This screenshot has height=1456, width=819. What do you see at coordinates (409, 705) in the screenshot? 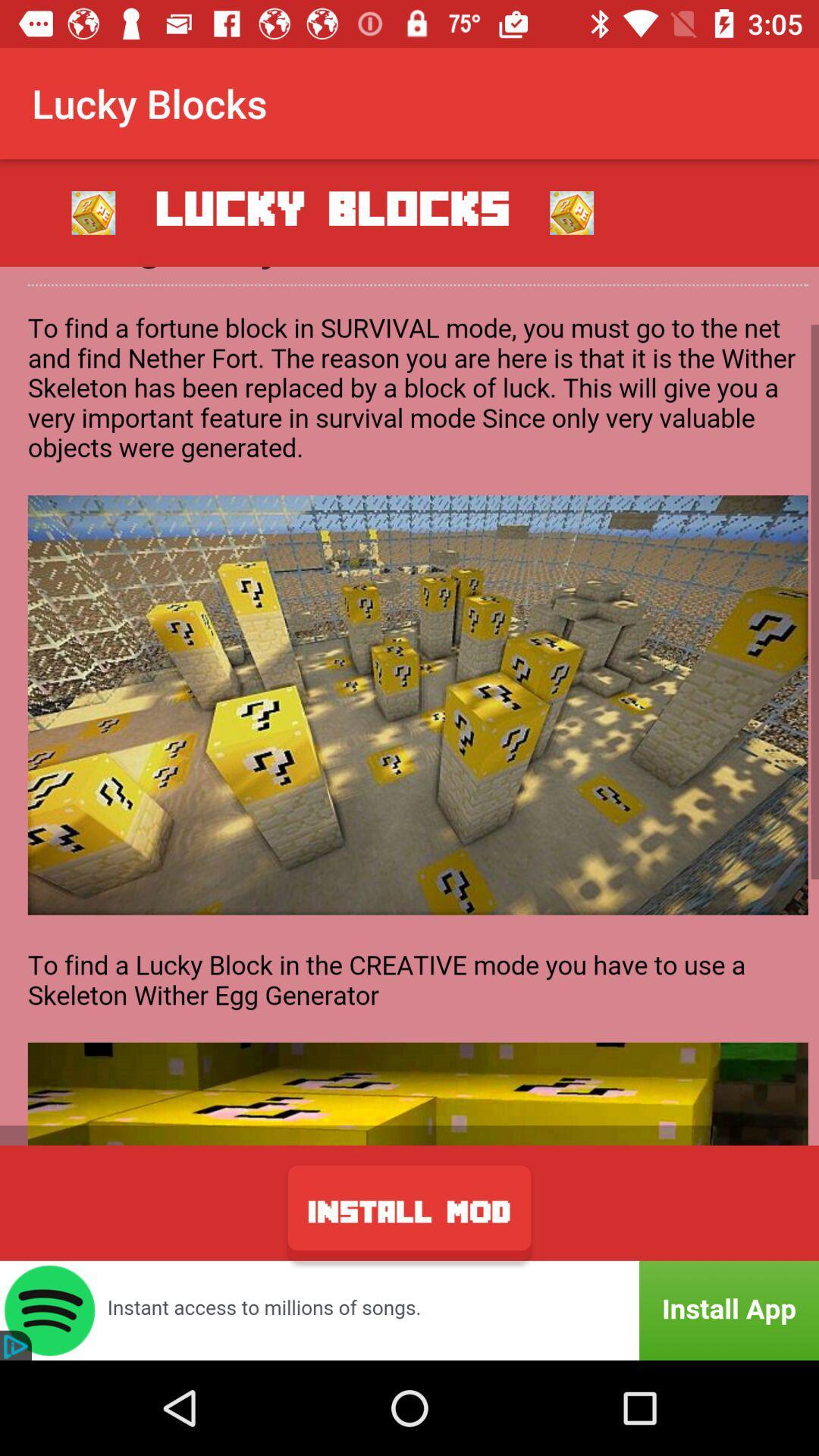
I see `game` at bounding box center [409, 705].